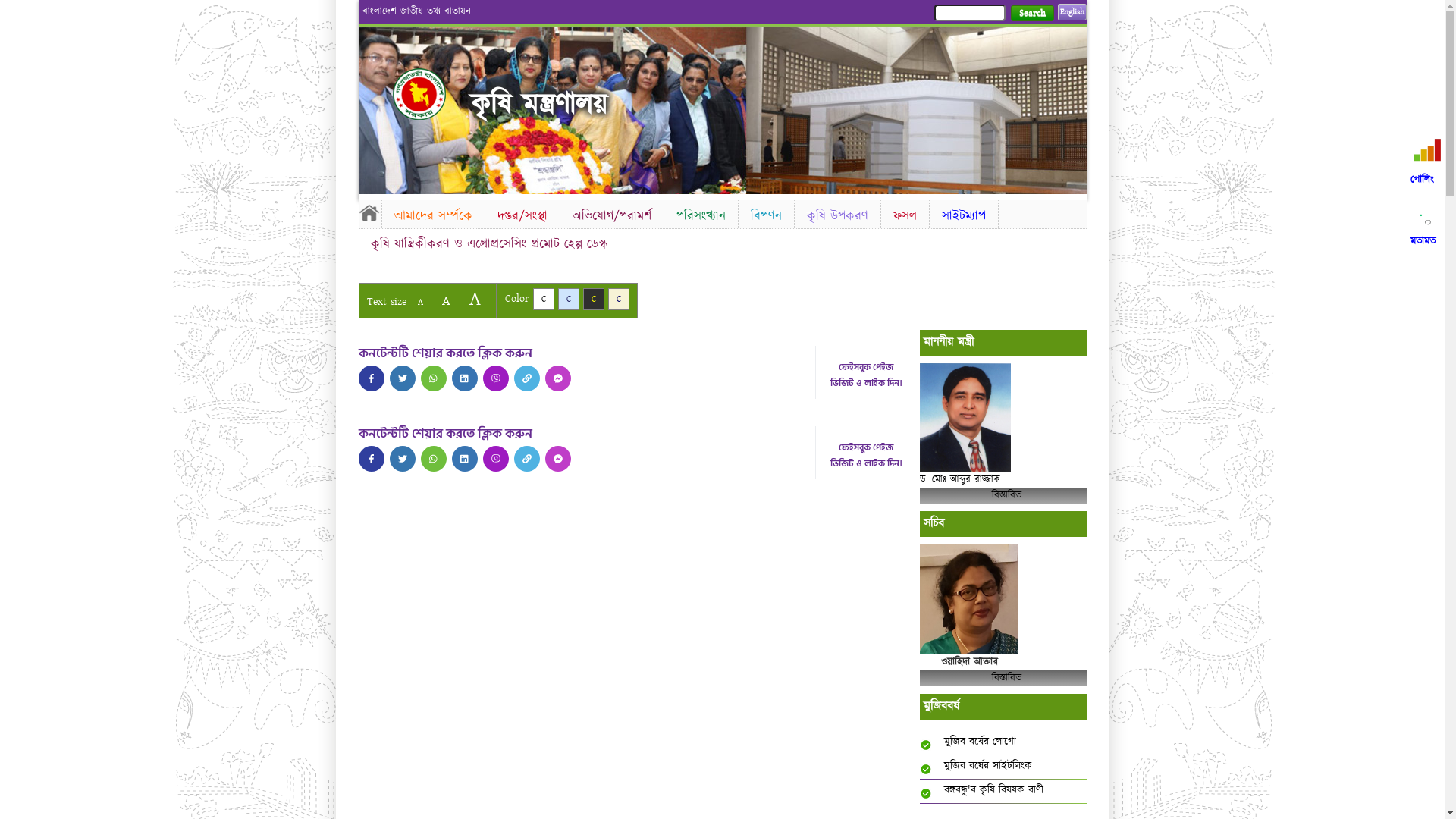 The height and width of the screenshot is (819, 1456). What do you see at coordinates (369, 212) in the screenshot?
I see `'Home'` at bounding box center [369, 212].